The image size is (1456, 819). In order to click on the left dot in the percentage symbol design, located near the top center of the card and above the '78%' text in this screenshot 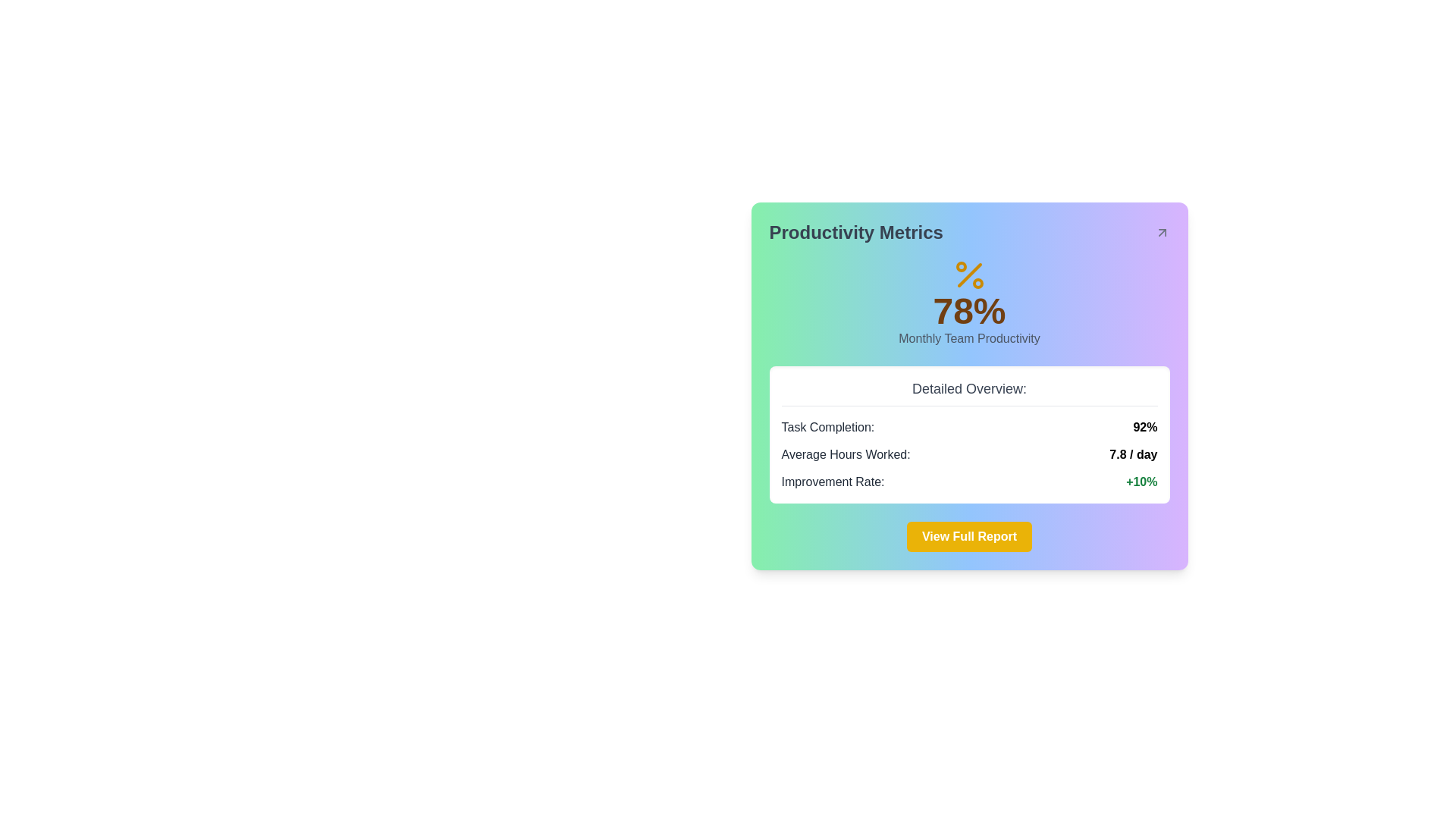, I will do `click(960, 265)`.